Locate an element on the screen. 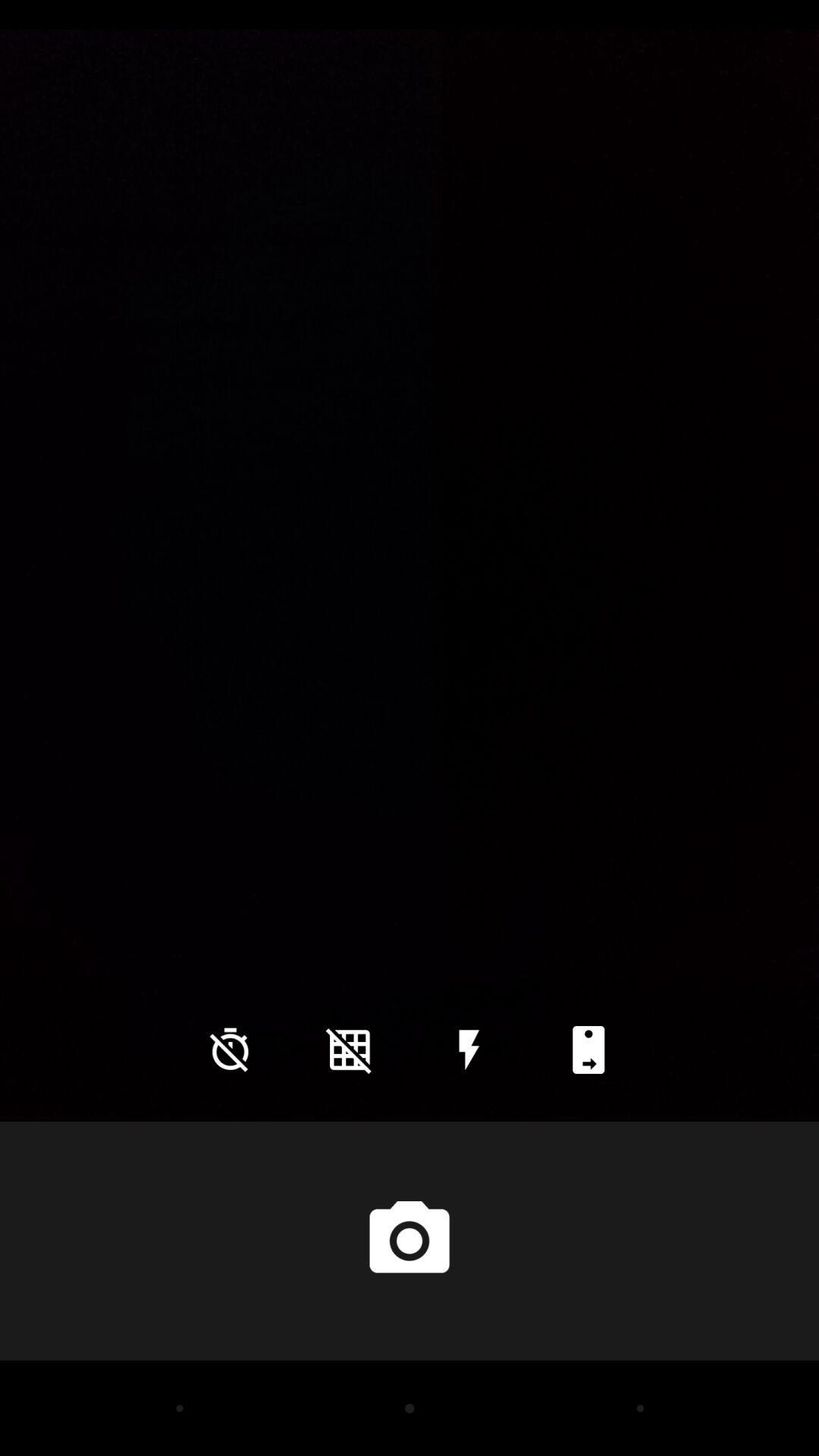 This screenshot has height=1456, width=819. item at the bottom right corner is located at coordinates (588, 1049).